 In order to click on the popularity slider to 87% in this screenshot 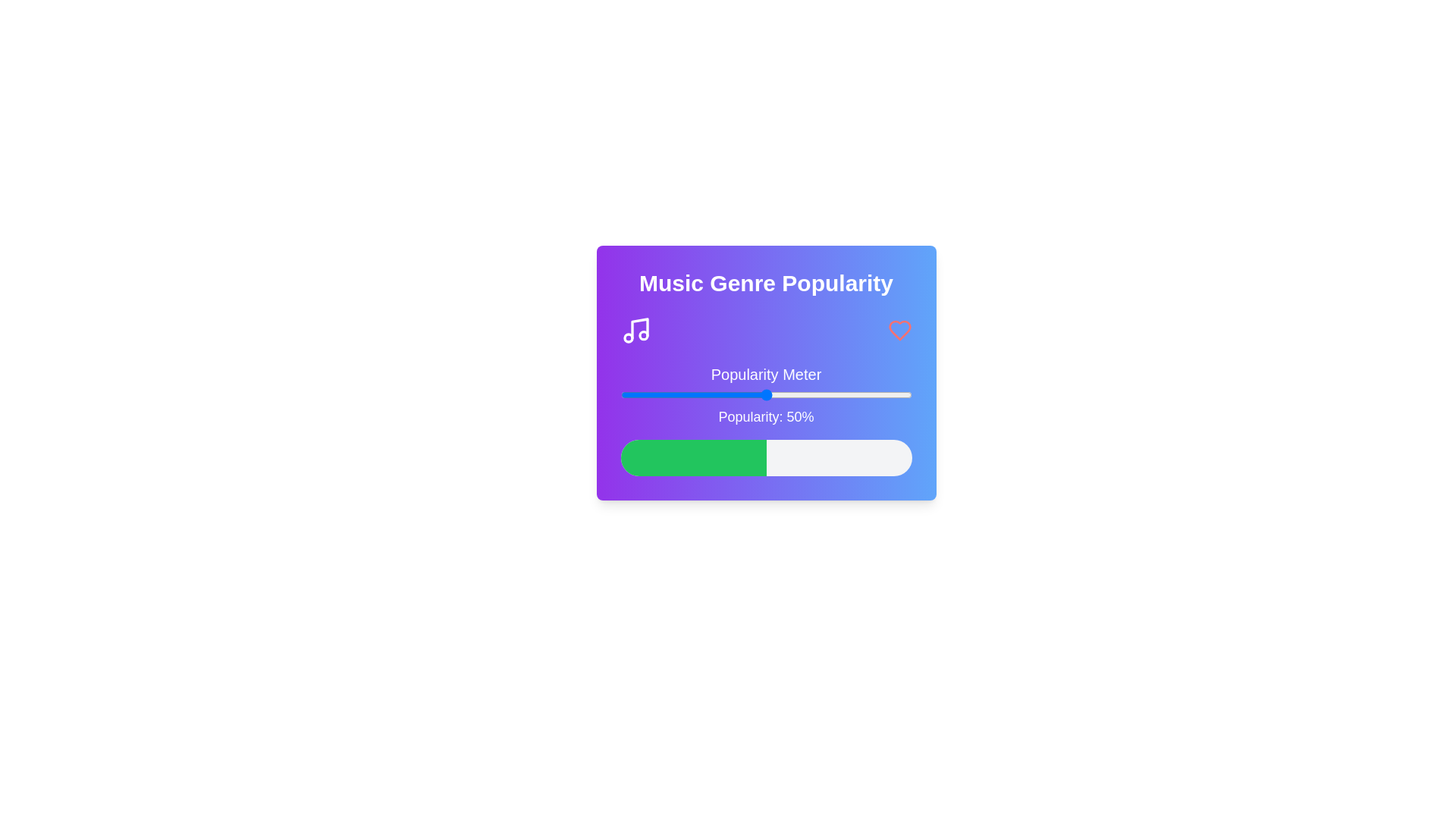, I will do `click(874, 394)`.